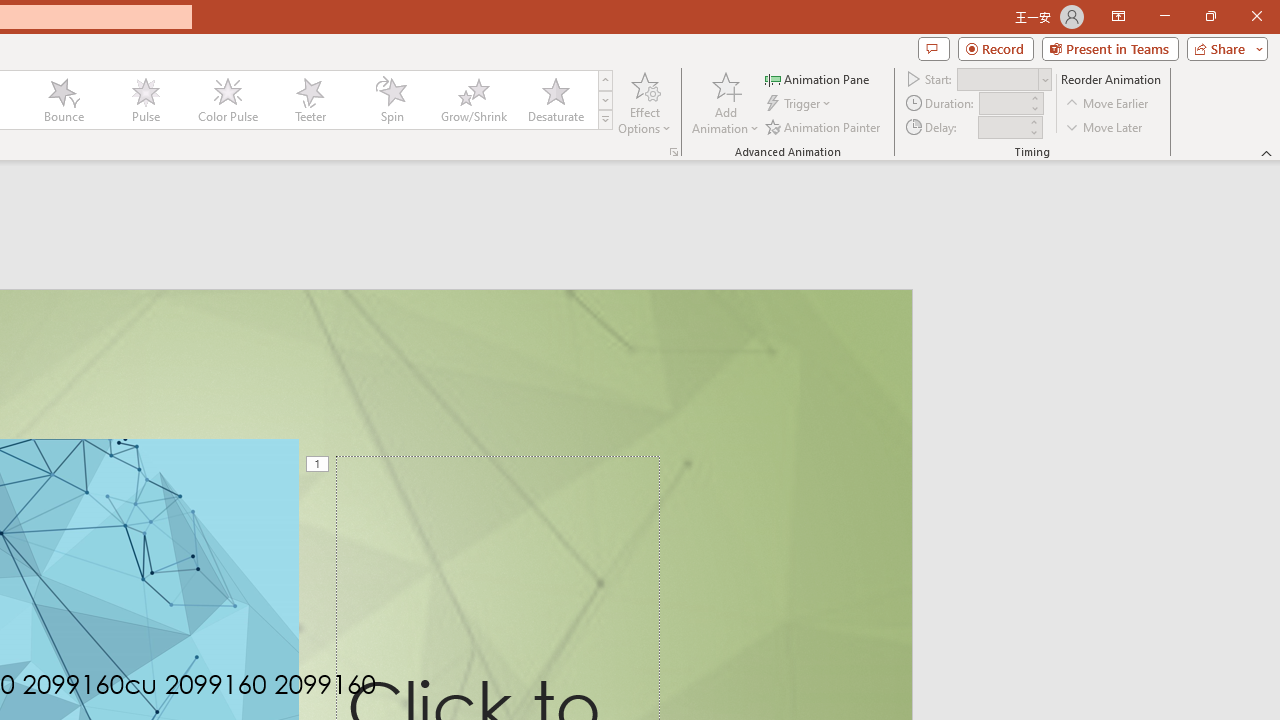 The image size is (1280, 720). I want to click on 'Move Later', so click(1104, 127).